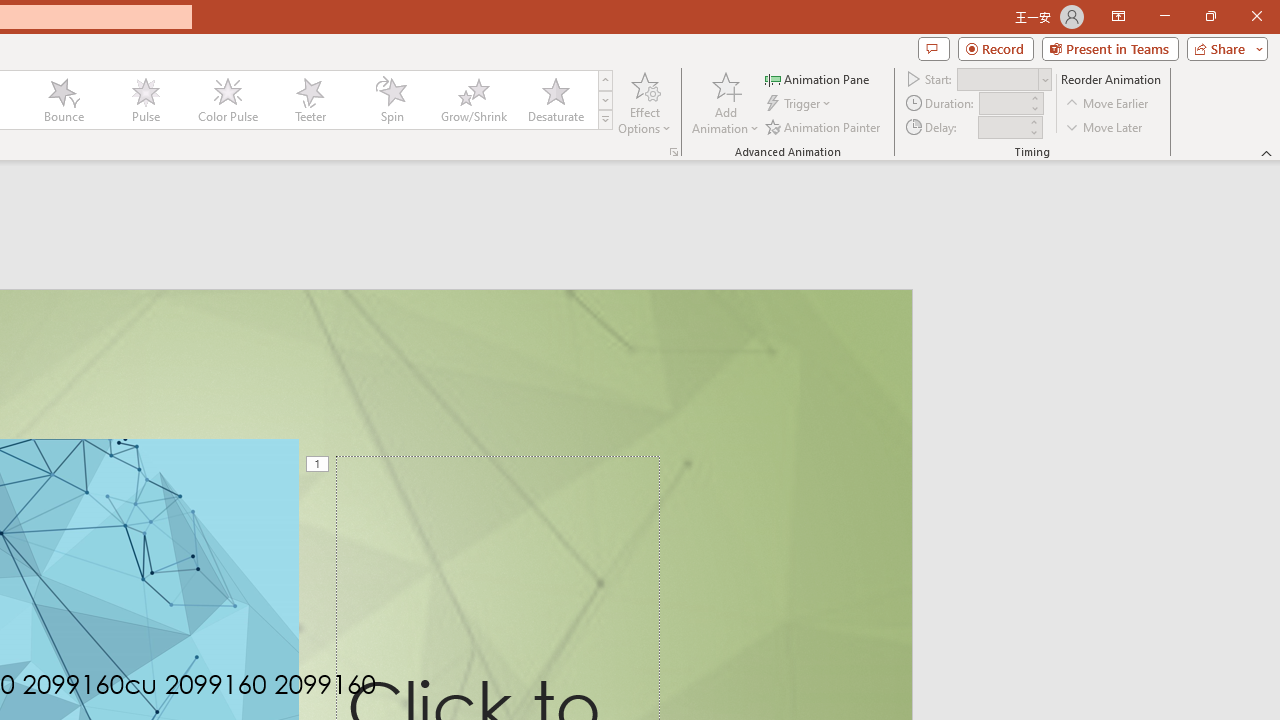 The image size is (1280, 720). I want to click on 'Move Later', so click(1104, 127).